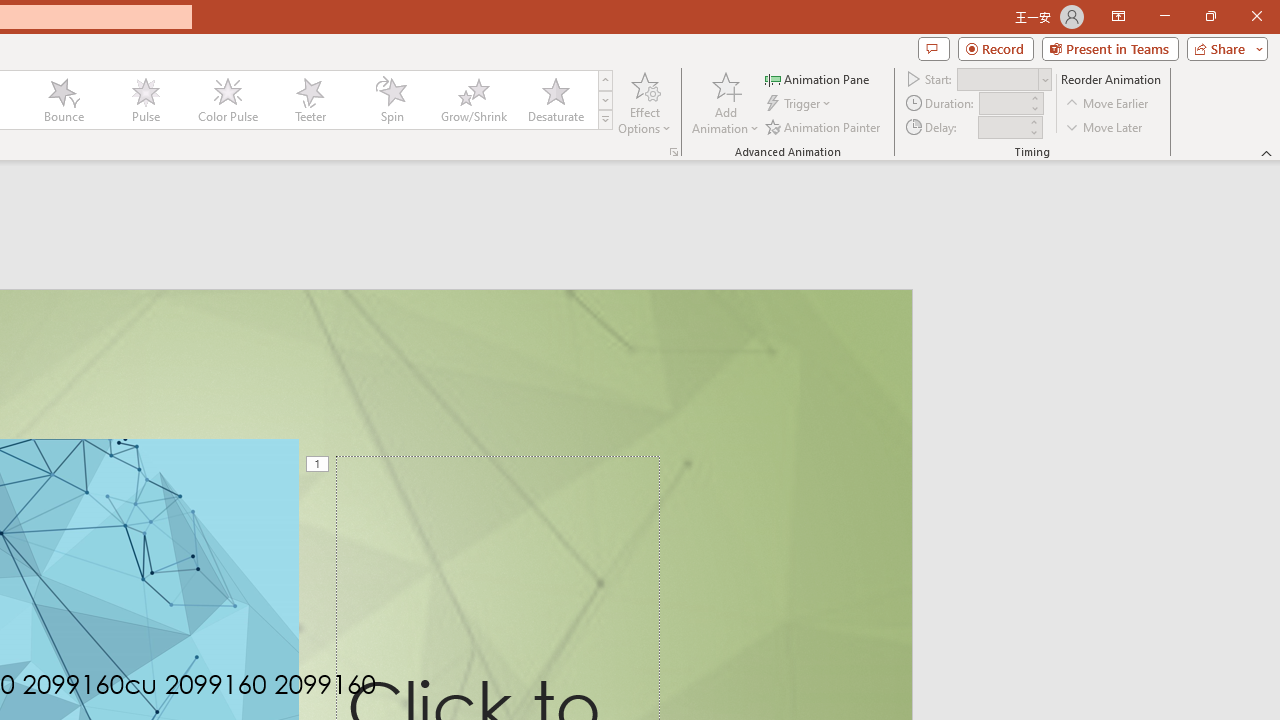 The image size is (1280, 720). I want to click on 'Move Later', so click(1104, 127).